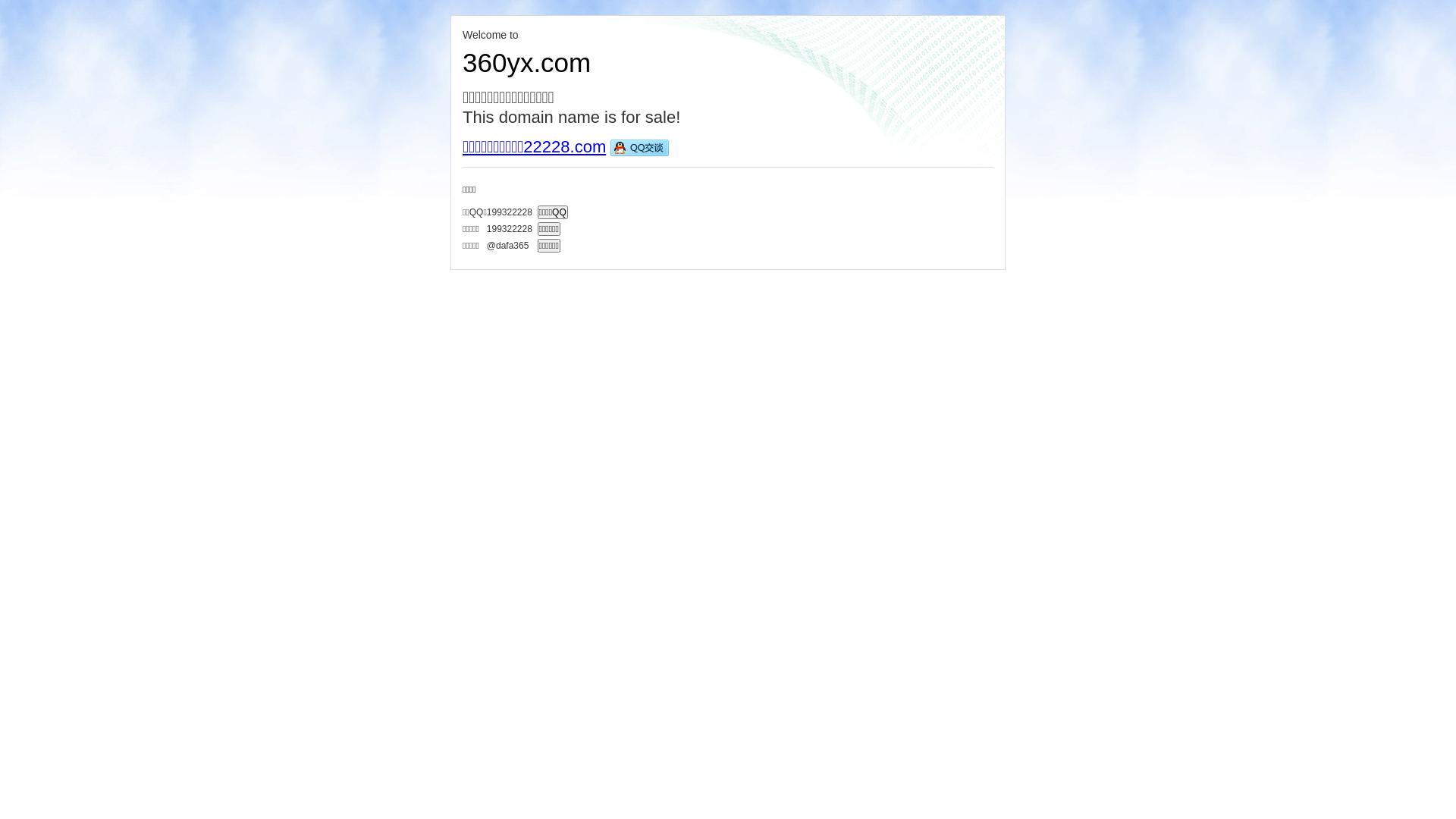 The height and width of the screenshot is (819, 1456). I want to click on '@dafa365', so click(487, 244).